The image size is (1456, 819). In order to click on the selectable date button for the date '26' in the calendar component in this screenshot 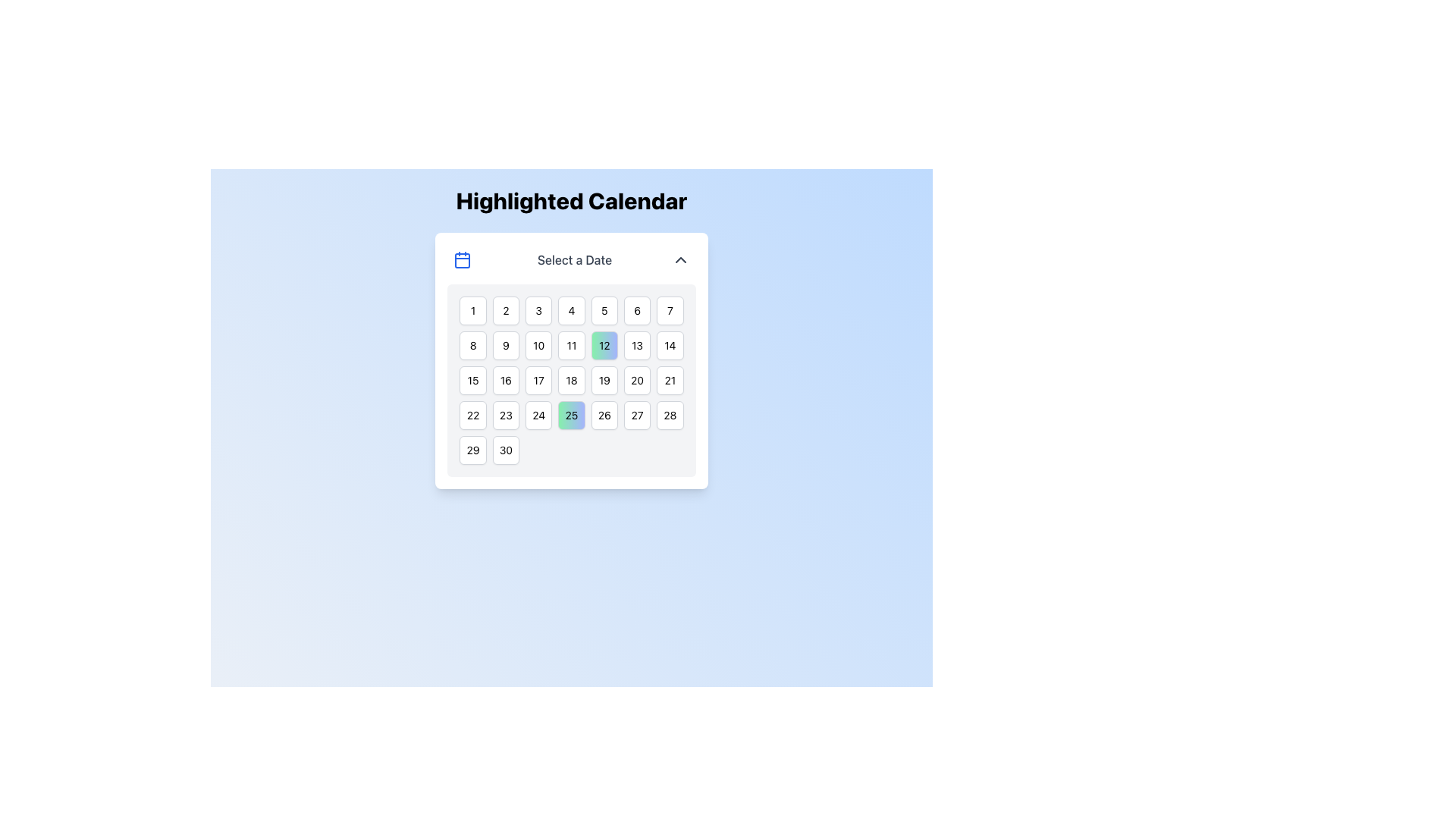, I will do `click(604, 415)`.